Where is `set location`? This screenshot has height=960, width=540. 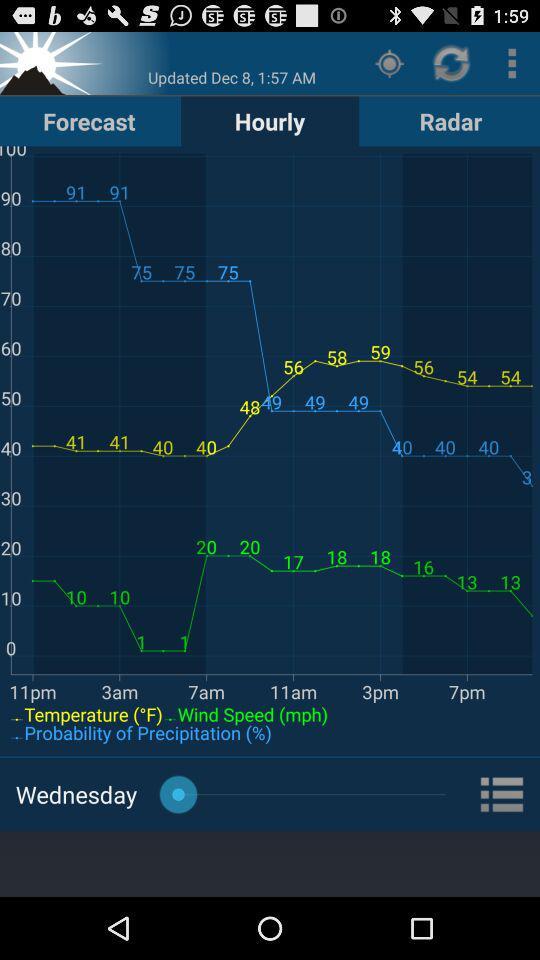 set location is located at coordinates (53, 62).